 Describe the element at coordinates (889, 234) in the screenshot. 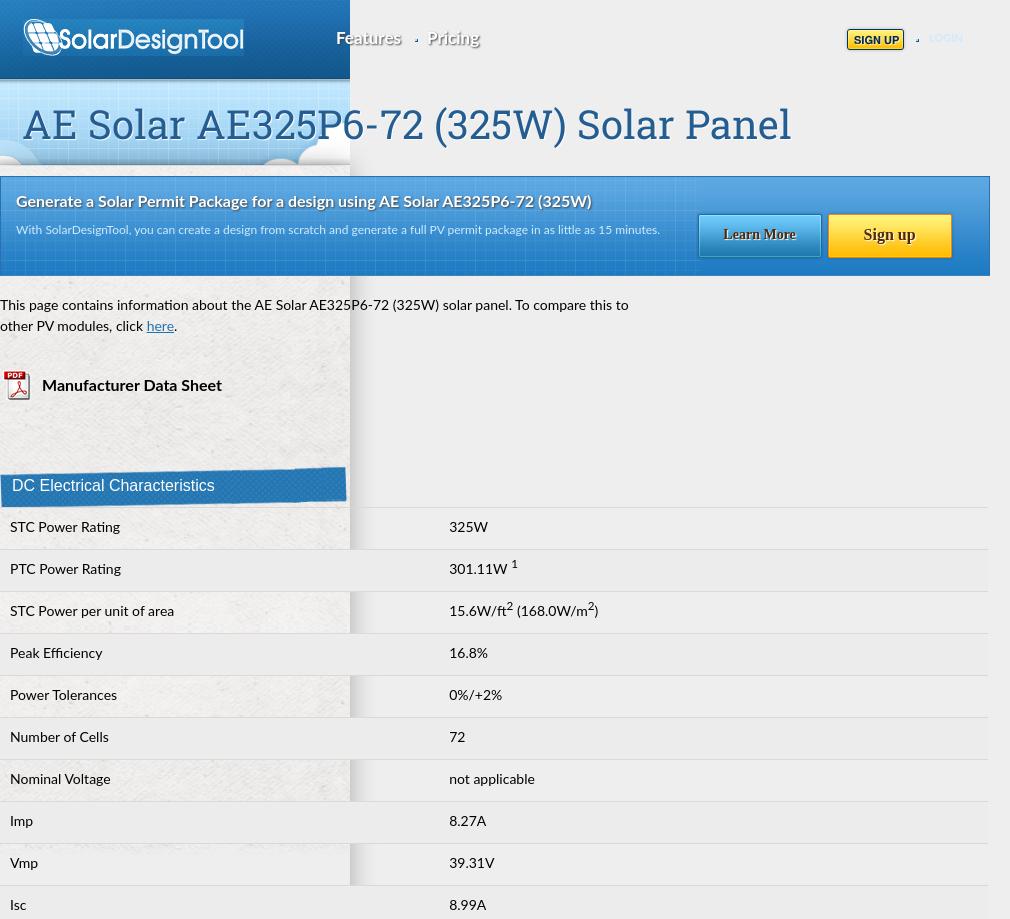

I see `'Sign up'` at that location.